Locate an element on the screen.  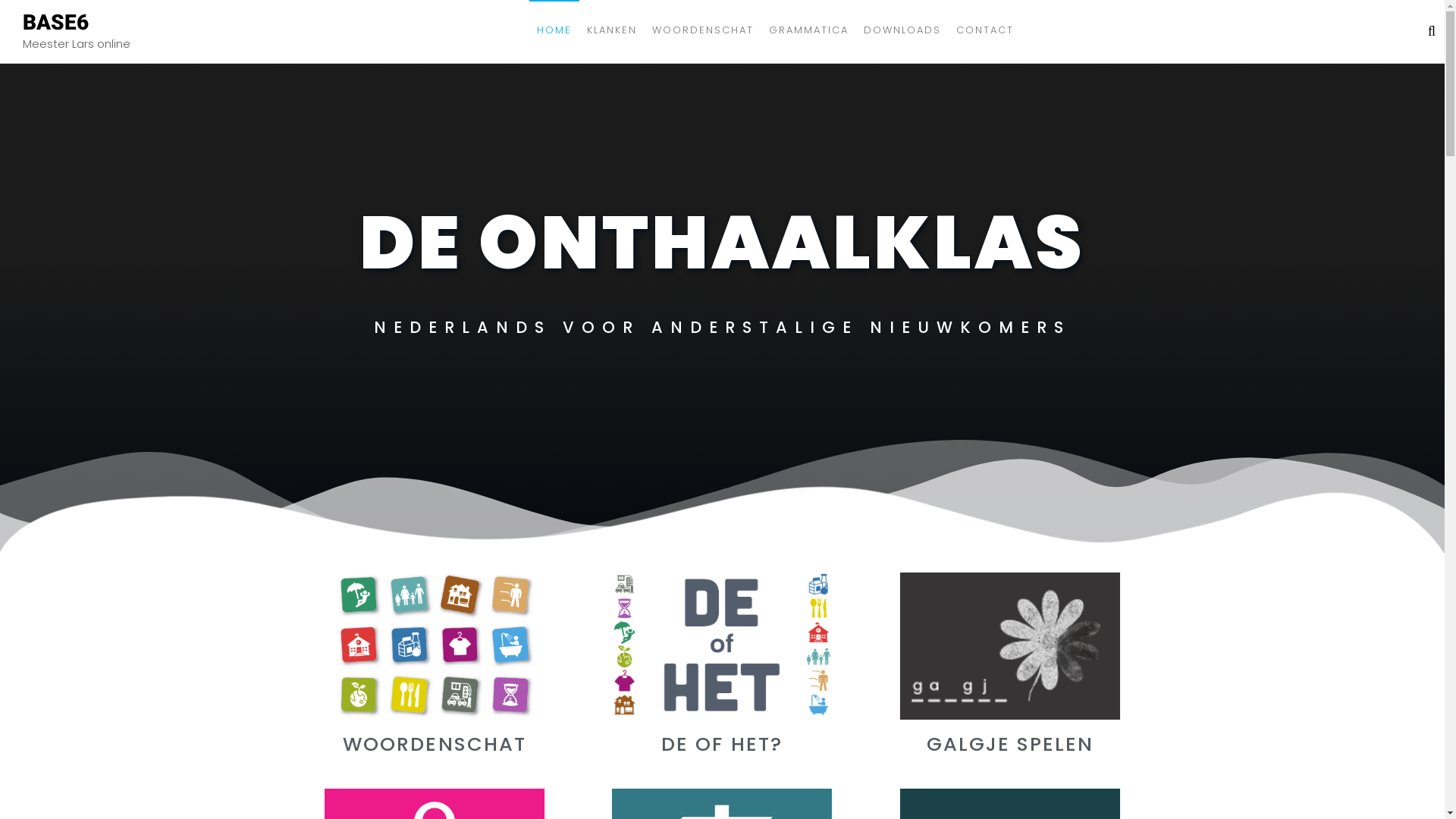
'GRAMMATICA' is located at coordinates (808, 30).